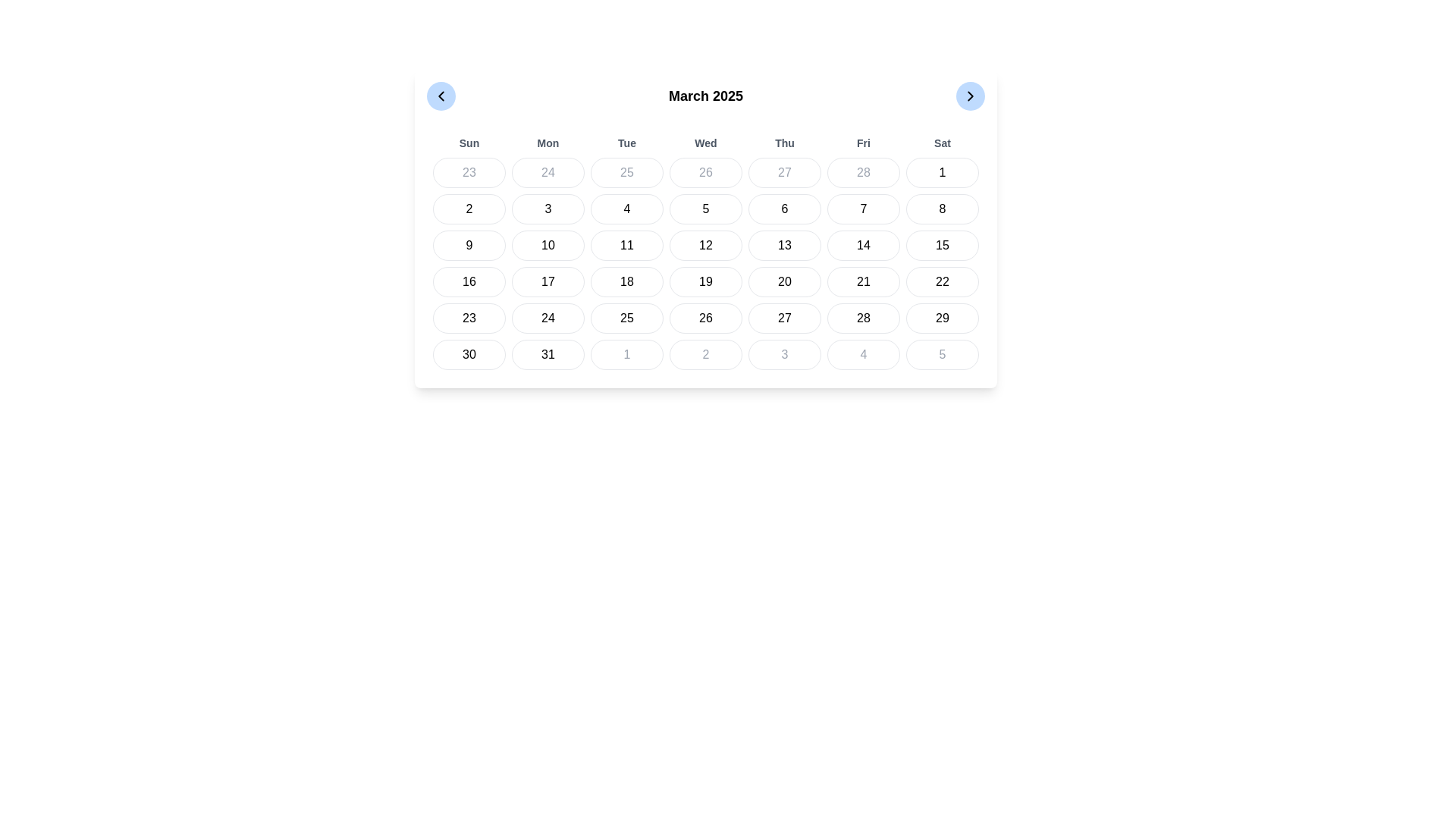 The image size is (1456, 819). What do you see at coordinates (469, 281) in the screenshot?
I see `the button displaying the number '16' located in the third row of the calendar view under 'Mon'` at bounding box center [469, 281].